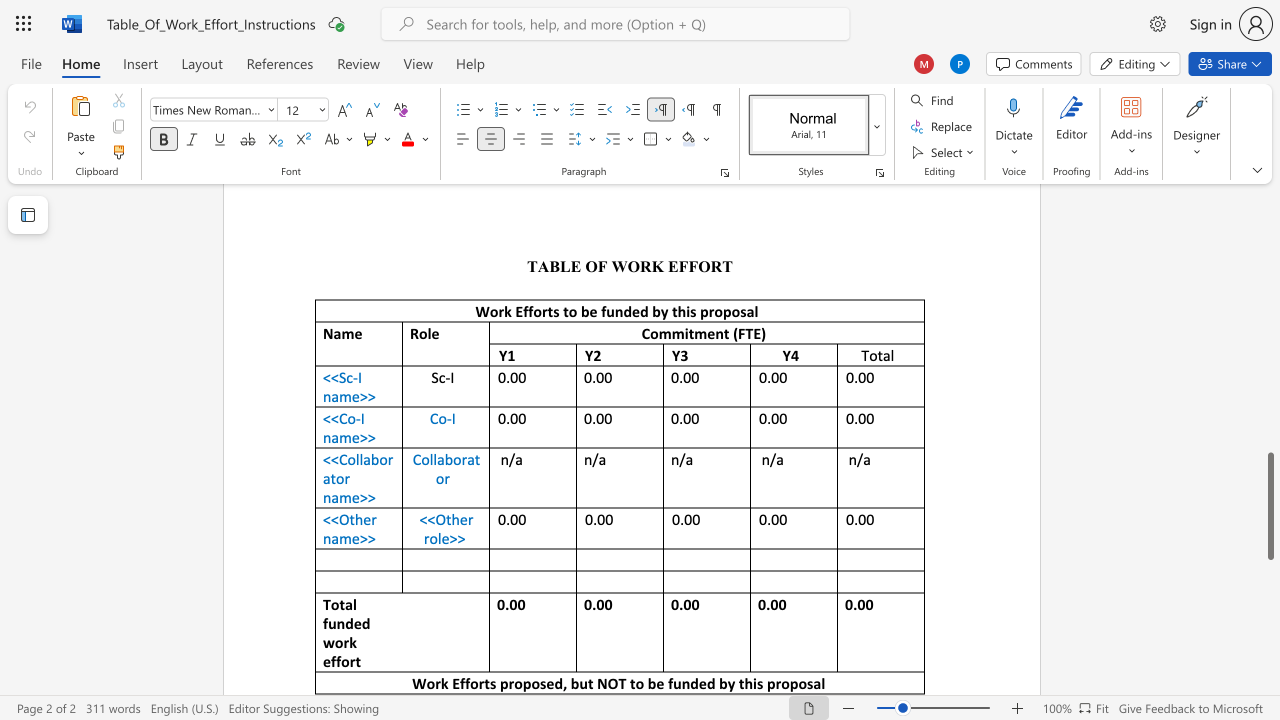 This screenshot has width=1280, height=720. Describe the element at coordinates (1269, 248) in the screenshot. I see `the scrollbar on the side` at that location.